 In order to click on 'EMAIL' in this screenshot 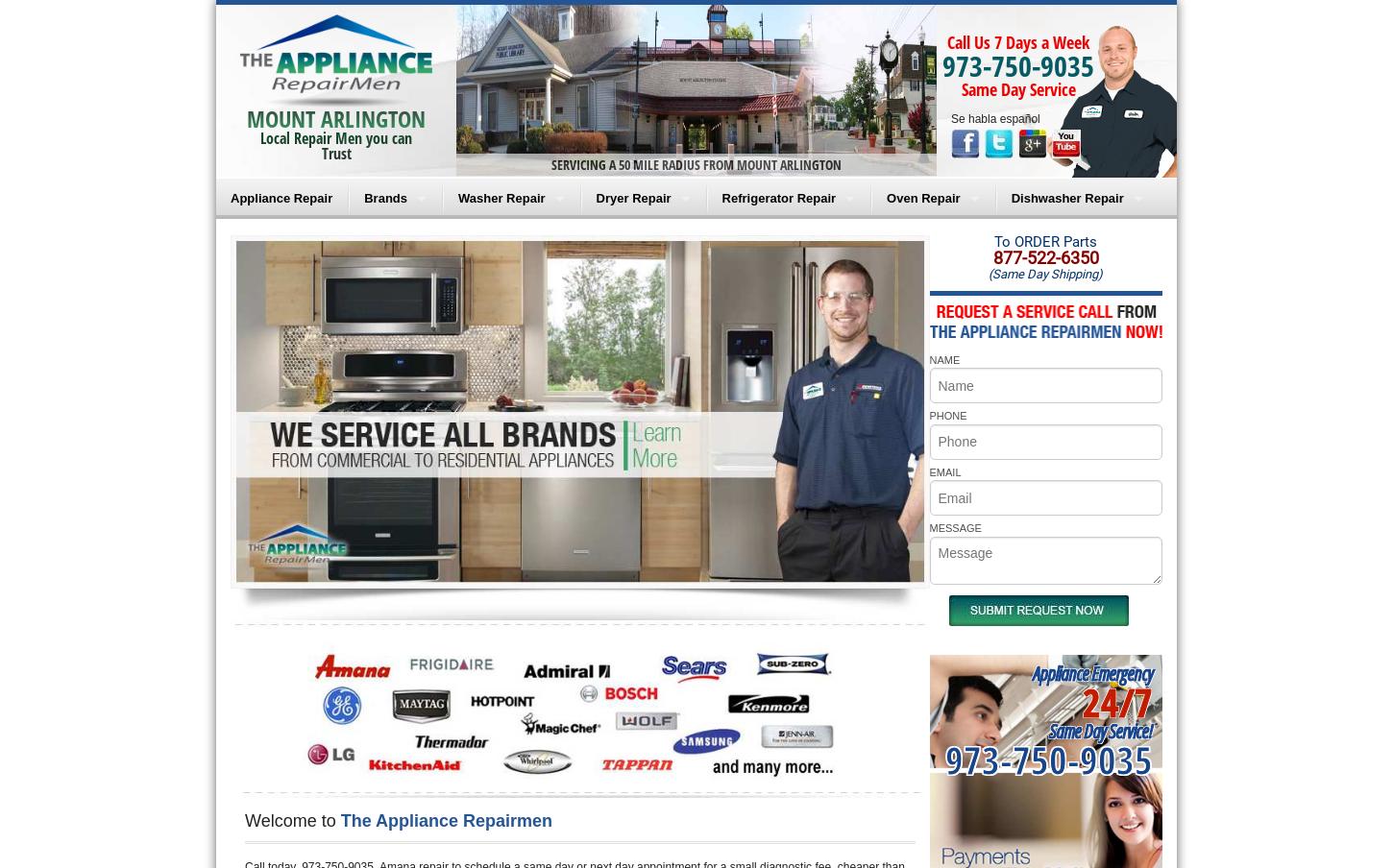, I will do `click(944, 470)`.